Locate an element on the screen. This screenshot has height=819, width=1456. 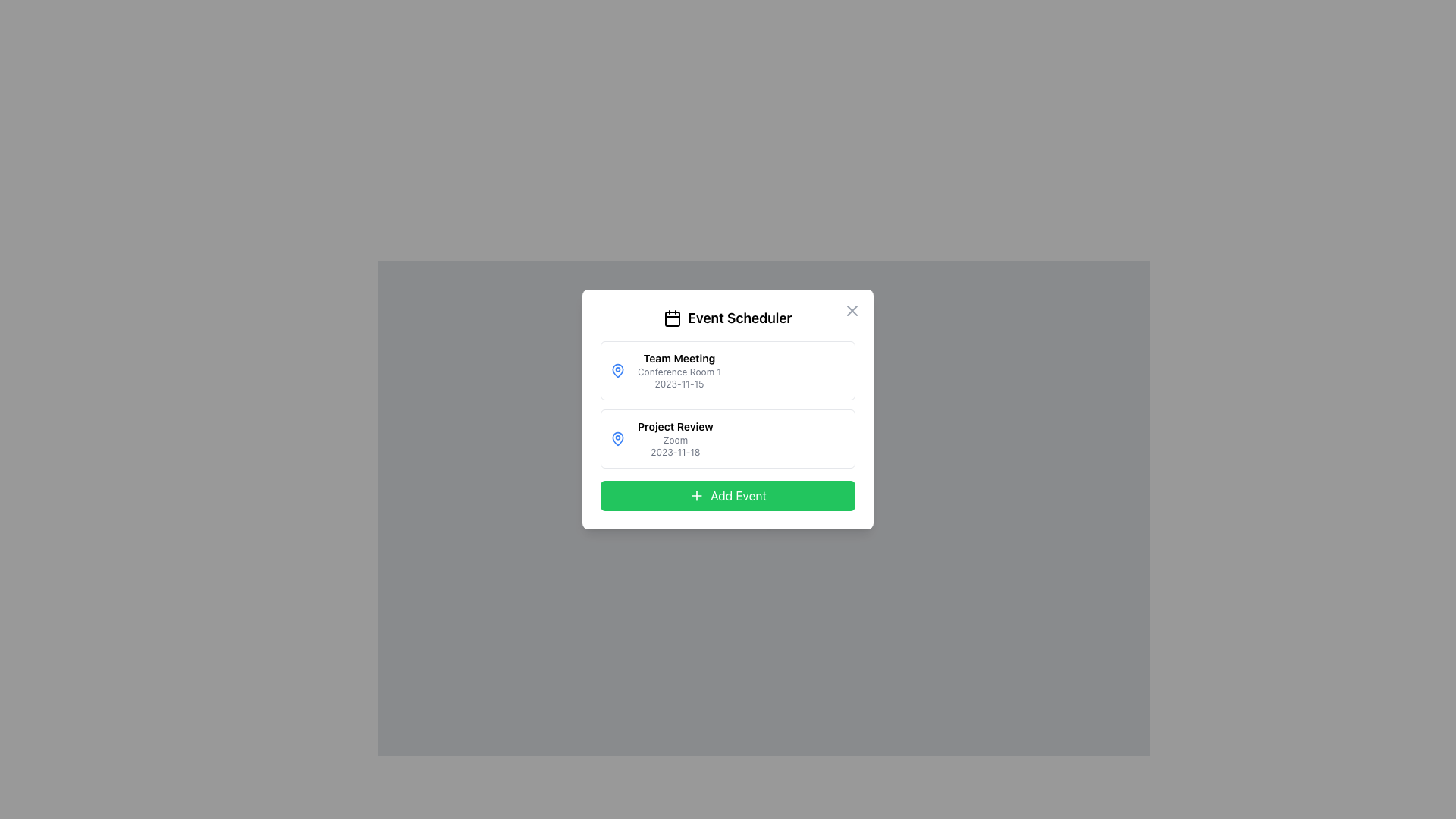
text content of the 'Team Meeting' label which is displayed in bold at the top of the event detail box in the event scheduler interface is located at coordinates (679, 359).